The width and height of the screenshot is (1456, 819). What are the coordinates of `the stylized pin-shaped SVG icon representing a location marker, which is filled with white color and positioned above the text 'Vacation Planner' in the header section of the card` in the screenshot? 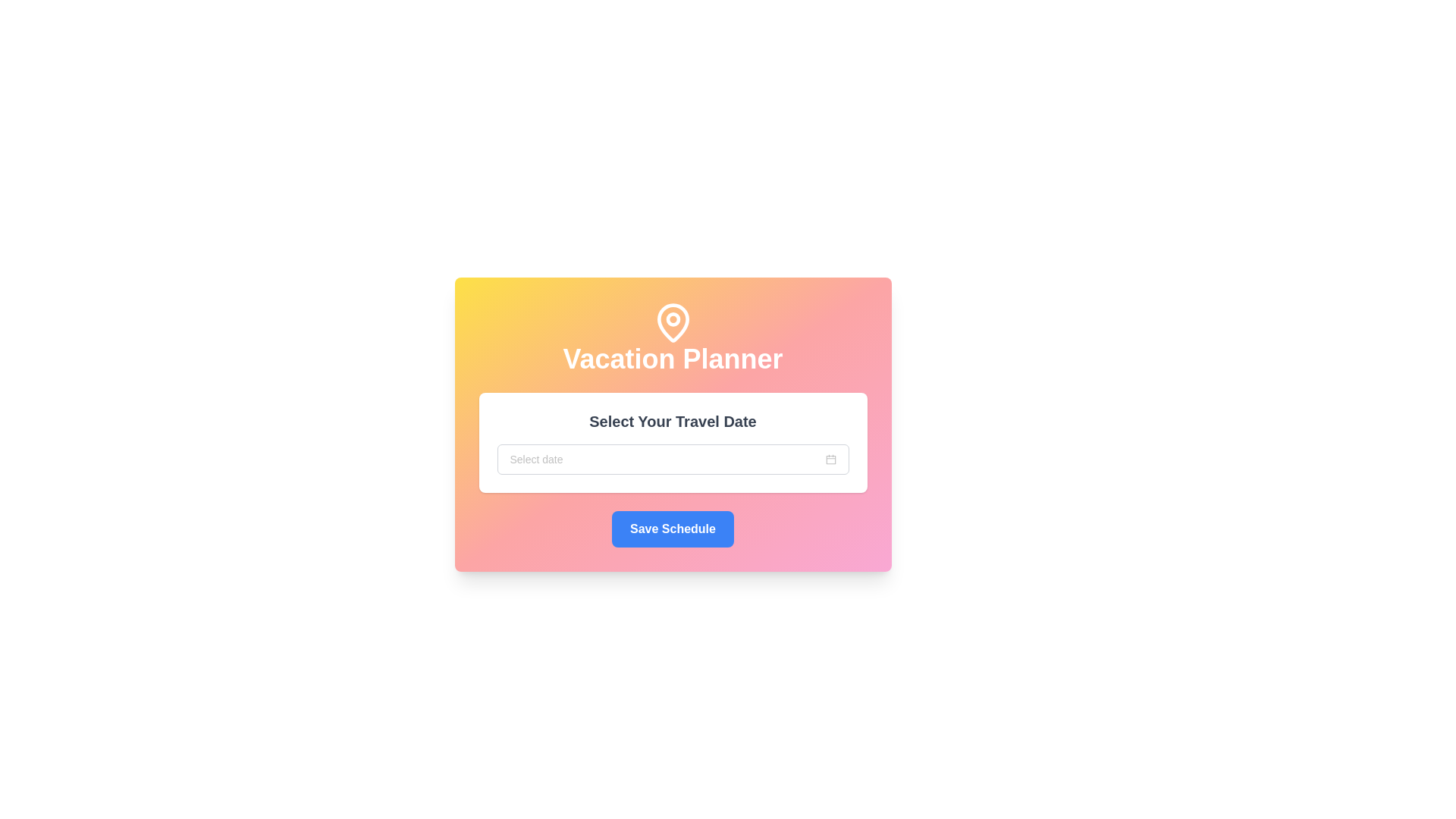 It's located at (672, 322).